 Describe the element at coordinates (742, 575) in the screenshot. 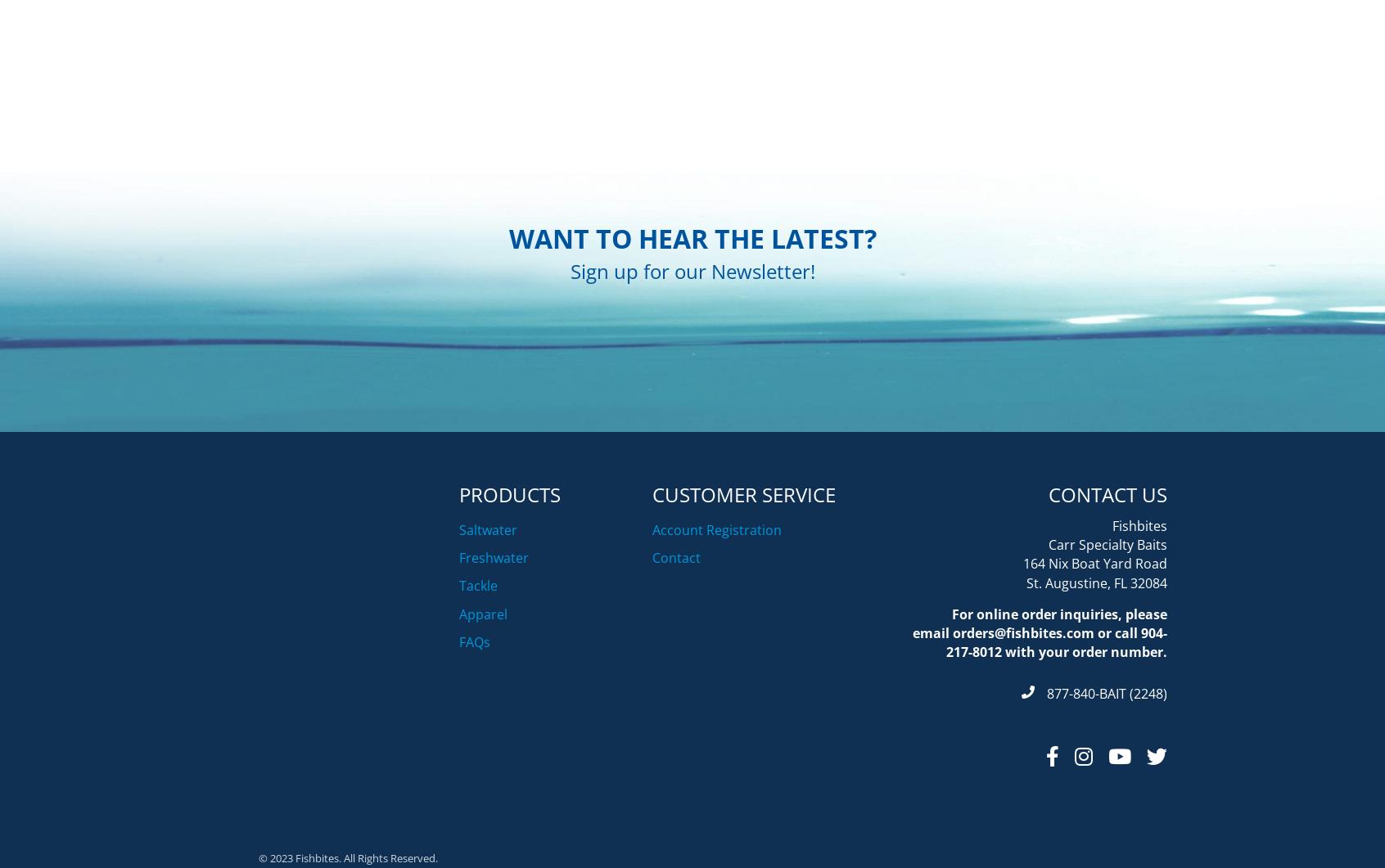

I see `'Customer Service'` at that location.